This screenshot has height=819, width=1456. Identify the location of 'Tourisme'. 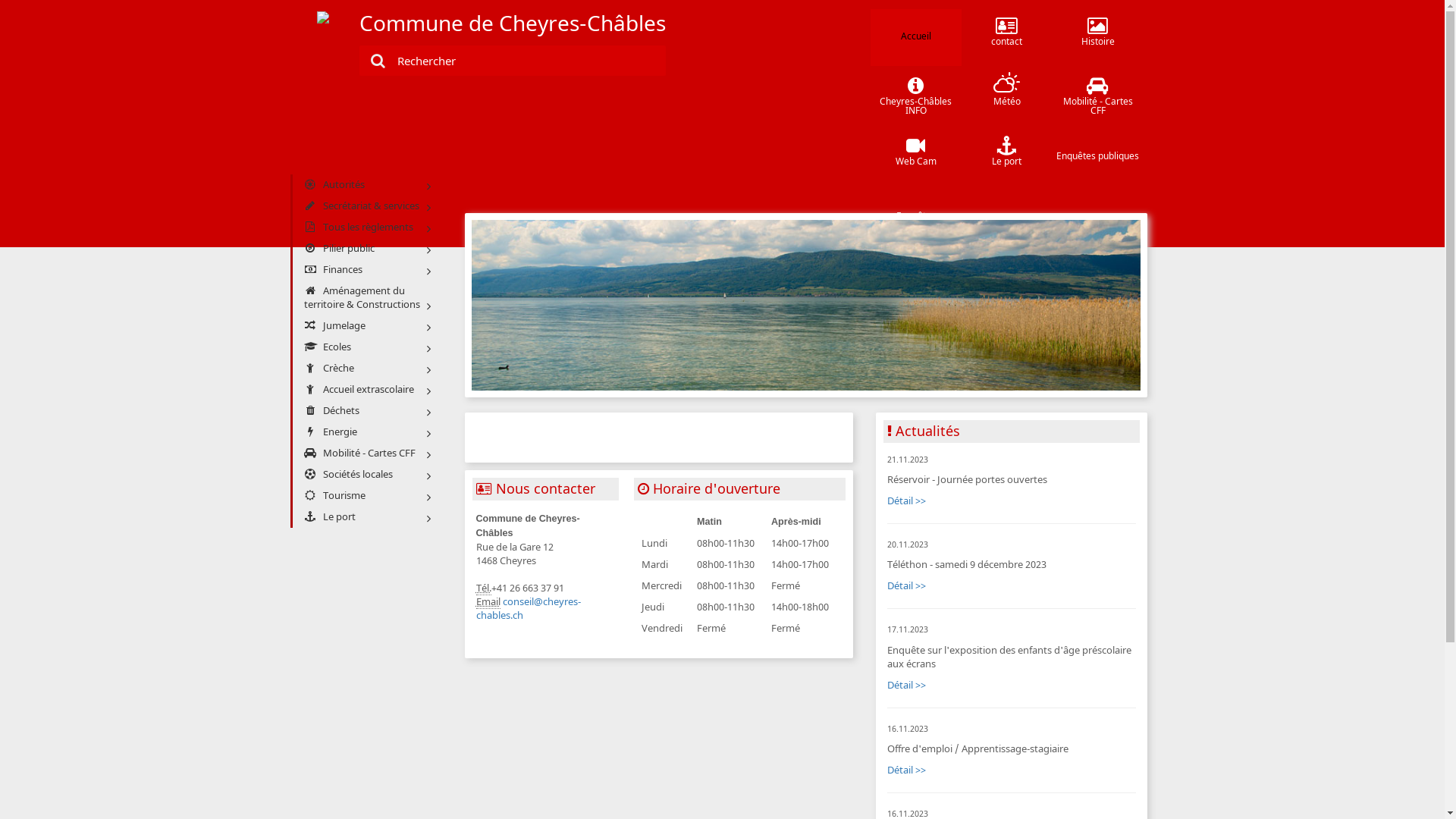
(365, 496).